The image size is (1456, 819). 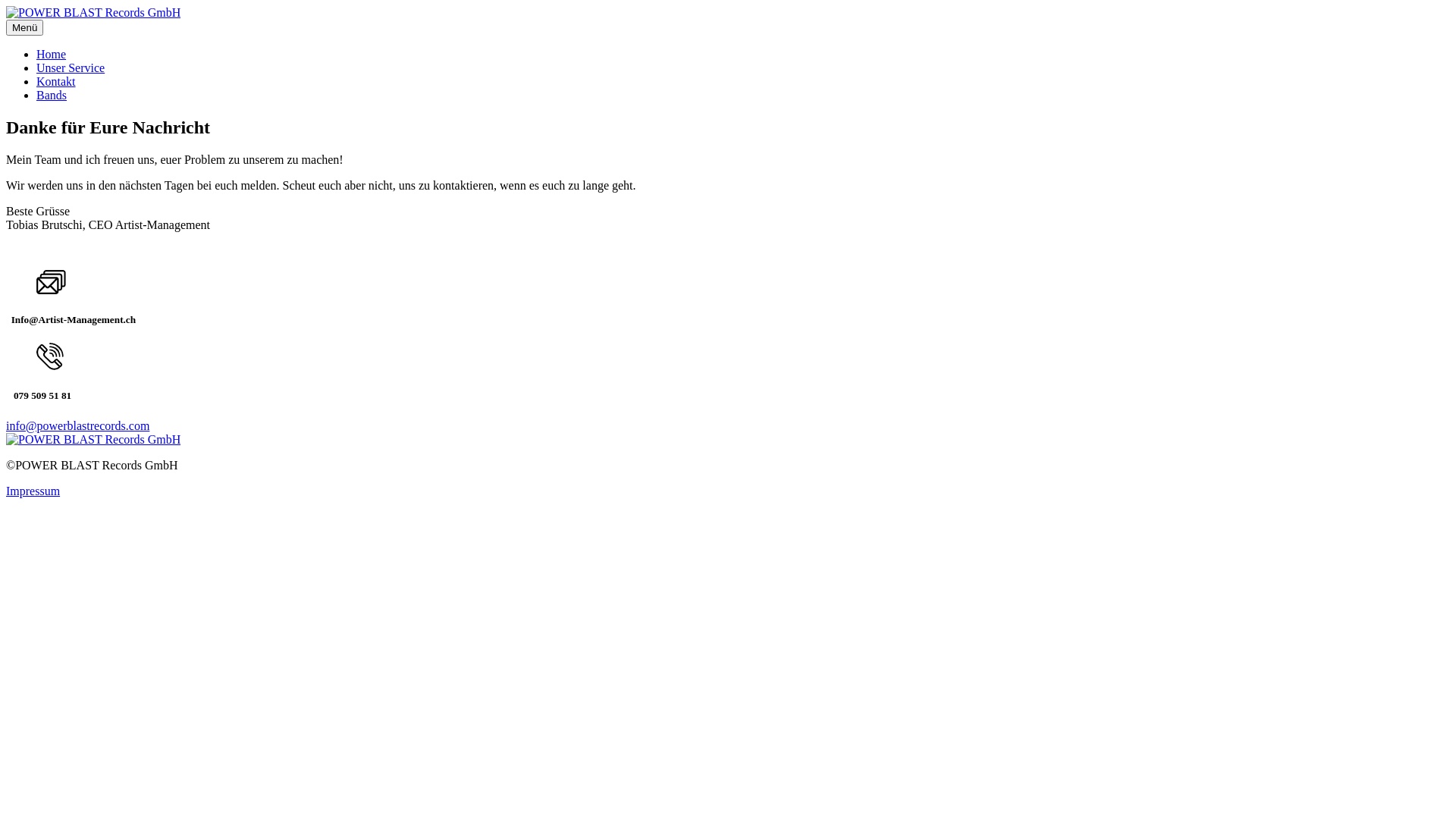 What do you see at coordinates (51, 53) in the screenshot?
I see `'Home'` at bounding box center [51, 53].